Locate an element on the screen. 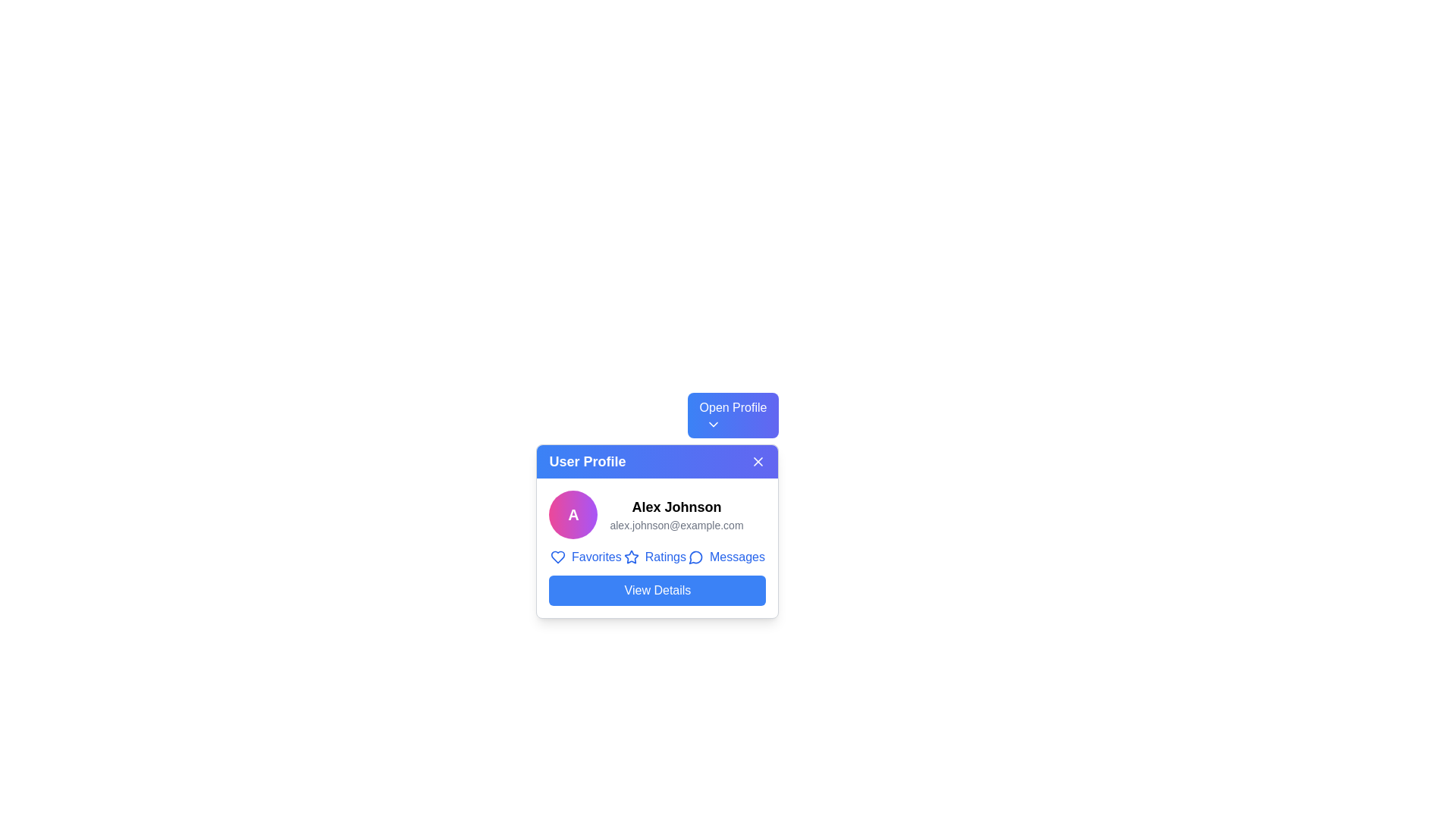 The image size is (1456, 819). the icon to the right of the 'Open Profile' button, which indicates that it can be interacted with is located at coordinates (712, 424).